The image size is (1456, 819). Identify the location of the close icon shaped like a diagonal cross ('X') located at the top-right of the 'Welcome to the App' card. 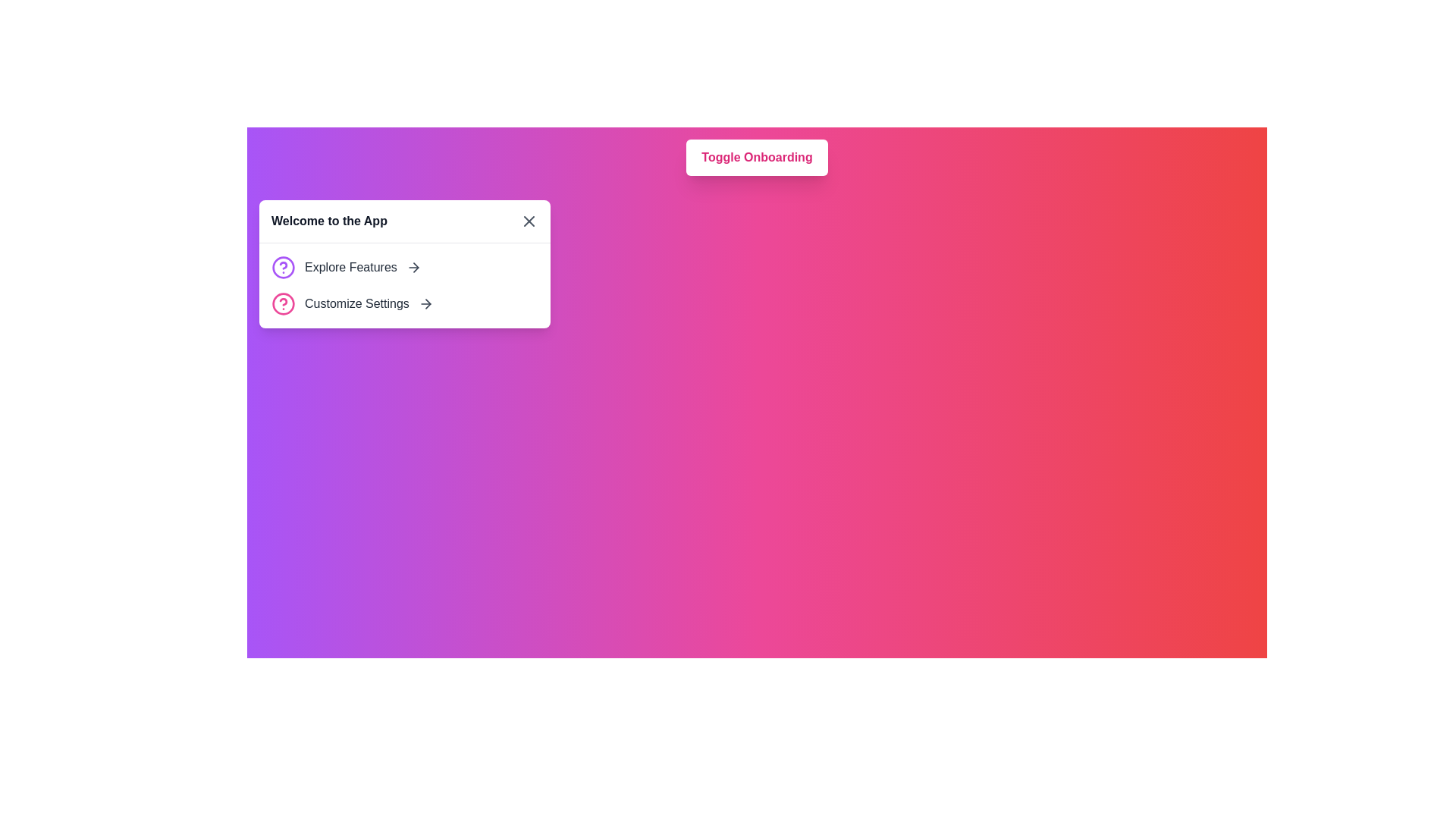
(529, 221).